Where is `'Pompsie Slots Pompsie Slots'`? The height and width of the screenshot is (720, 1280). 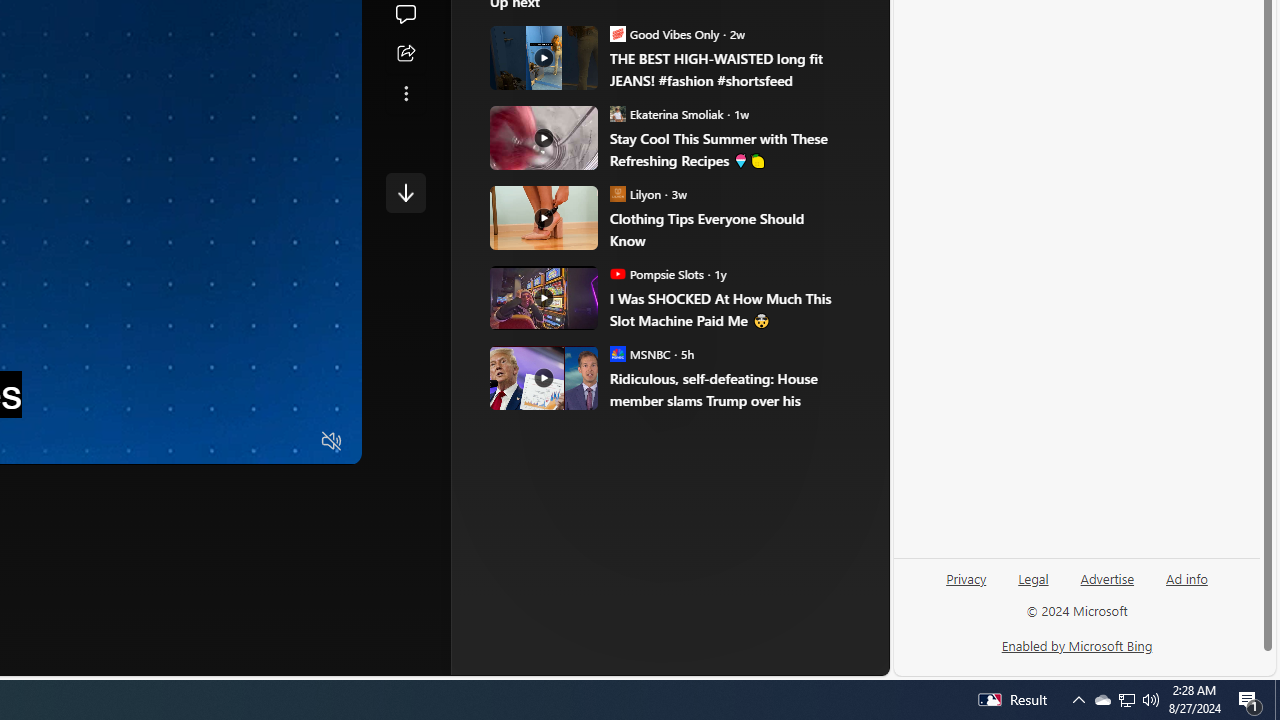
'Pompsie Slots Pompsie Slots' is located at coordinates (657, 273).